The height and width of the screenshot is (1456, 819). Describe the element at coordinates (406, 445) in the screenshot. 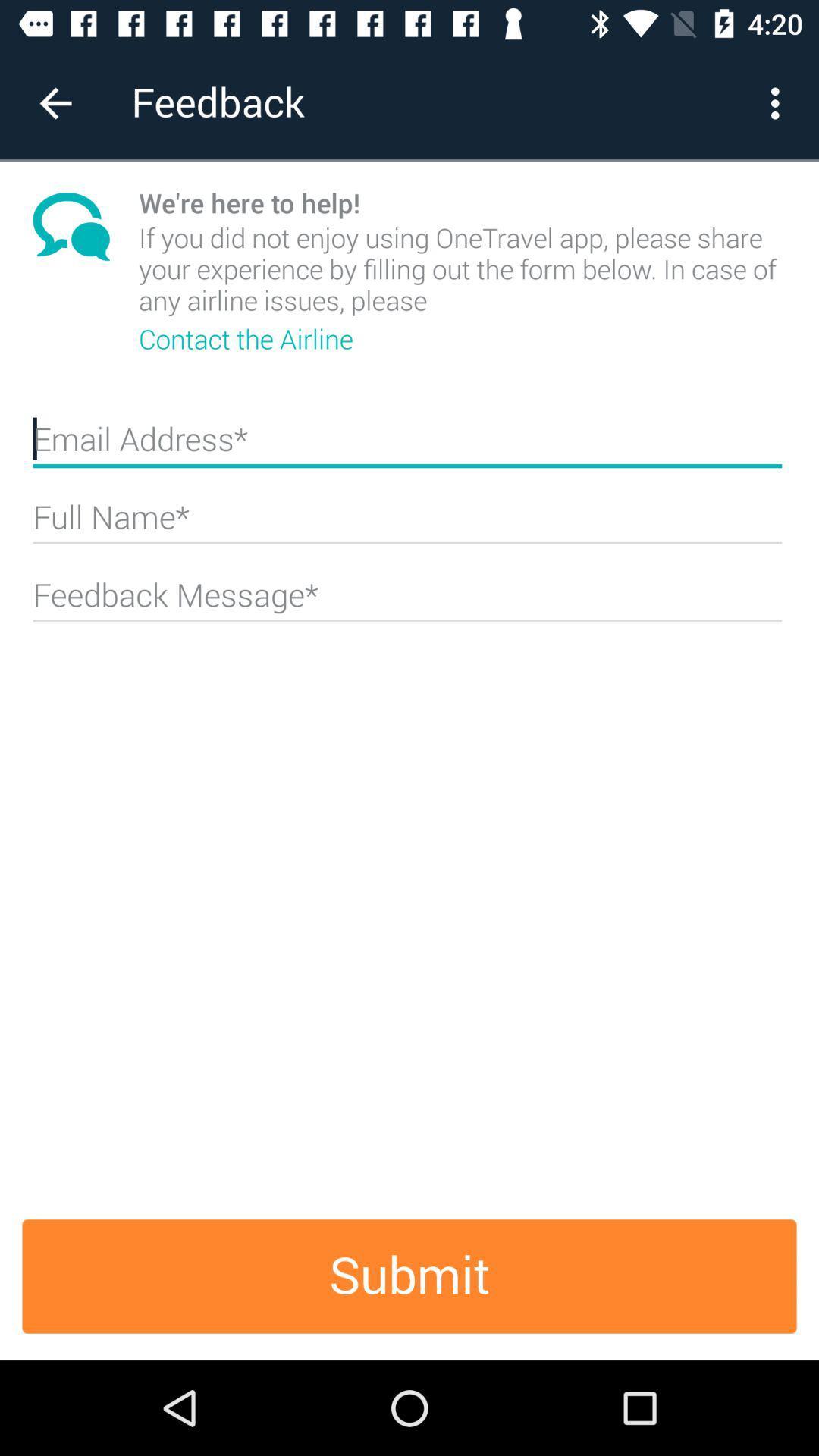

I see `the frist name field` at that location.